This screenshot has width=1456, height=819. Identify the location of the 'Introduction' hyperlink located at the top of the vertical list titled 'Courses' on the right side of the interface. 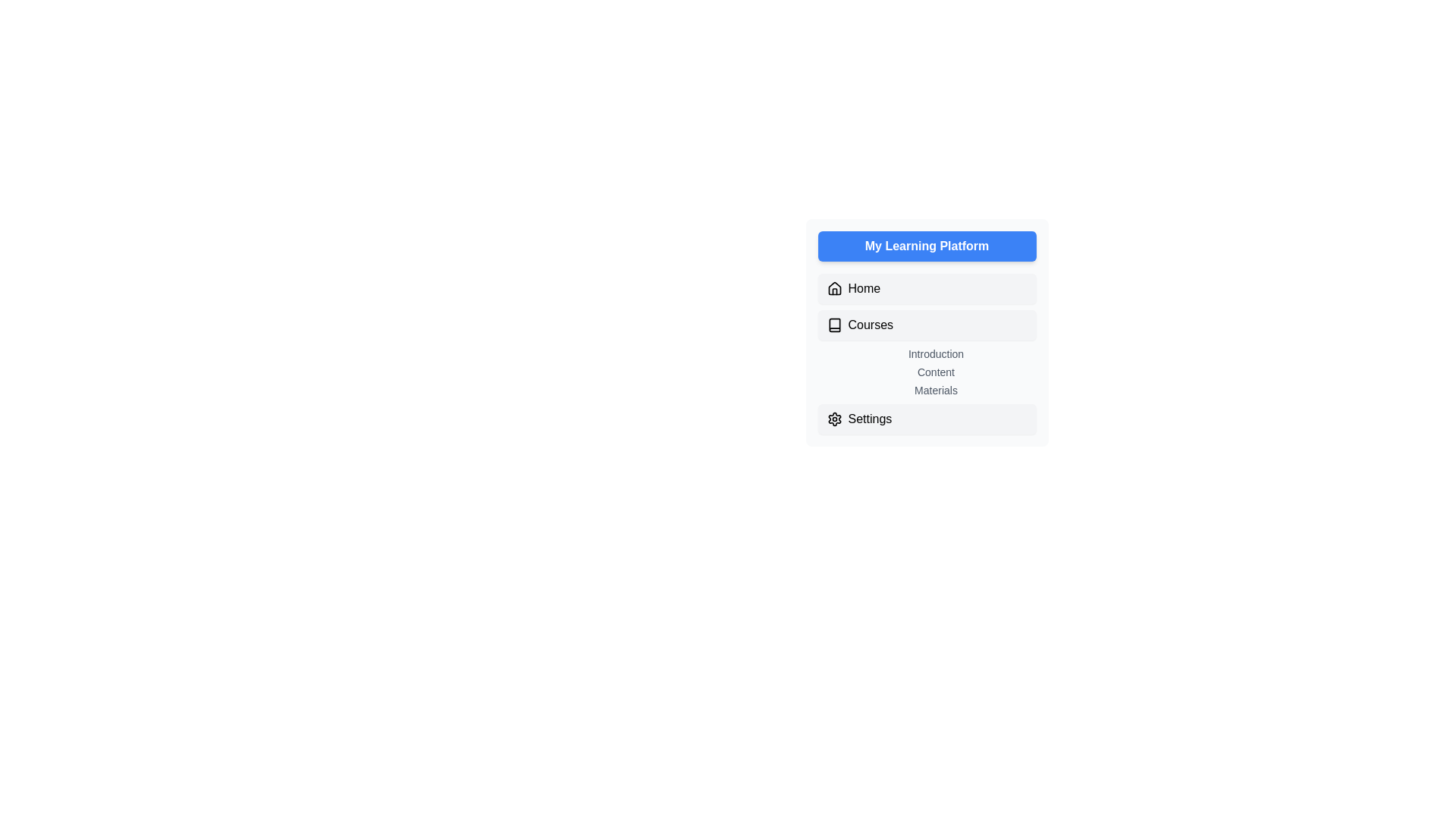
(935, 353).